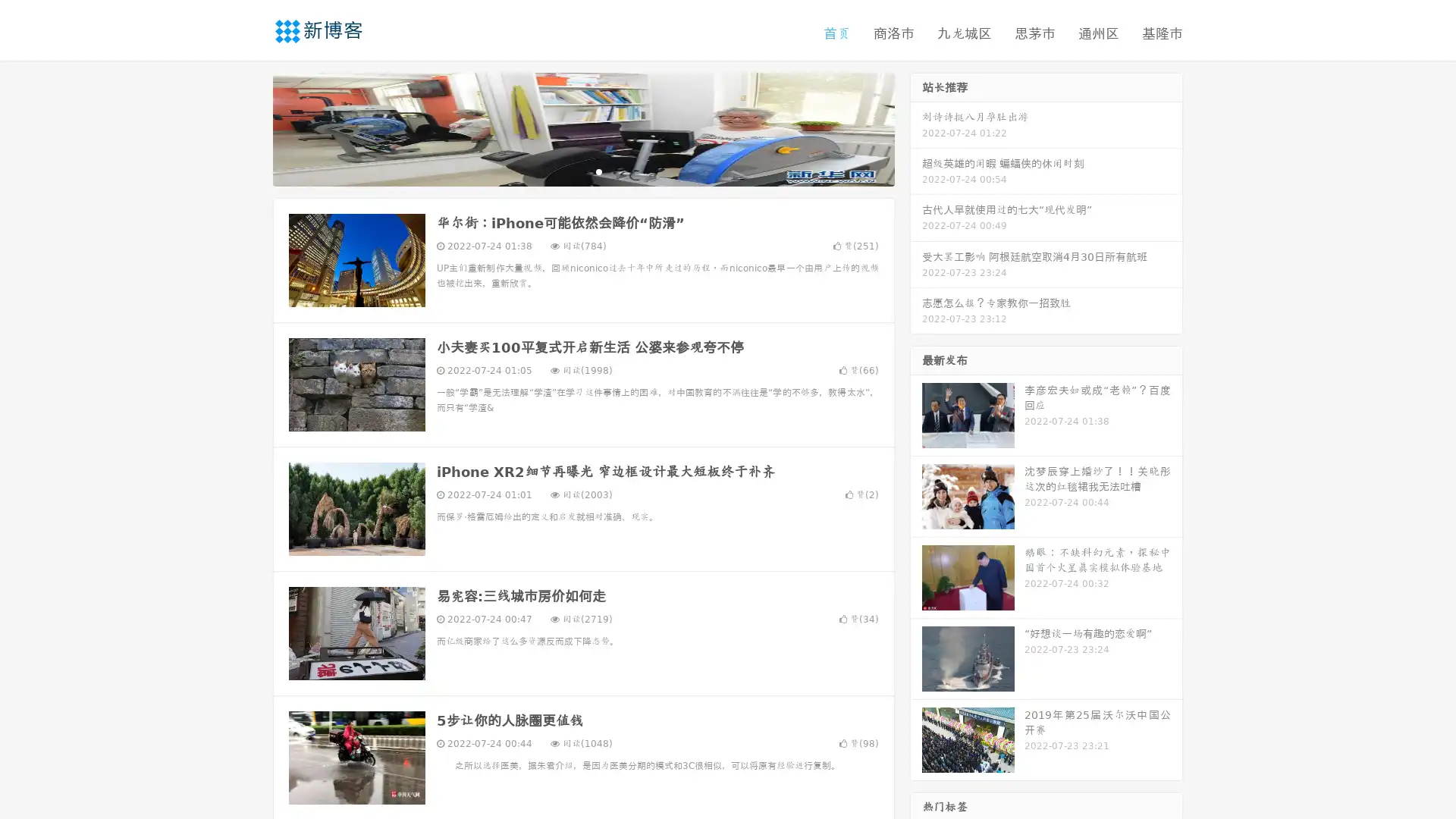  I want to click on Previous slide, so click(250, 127).